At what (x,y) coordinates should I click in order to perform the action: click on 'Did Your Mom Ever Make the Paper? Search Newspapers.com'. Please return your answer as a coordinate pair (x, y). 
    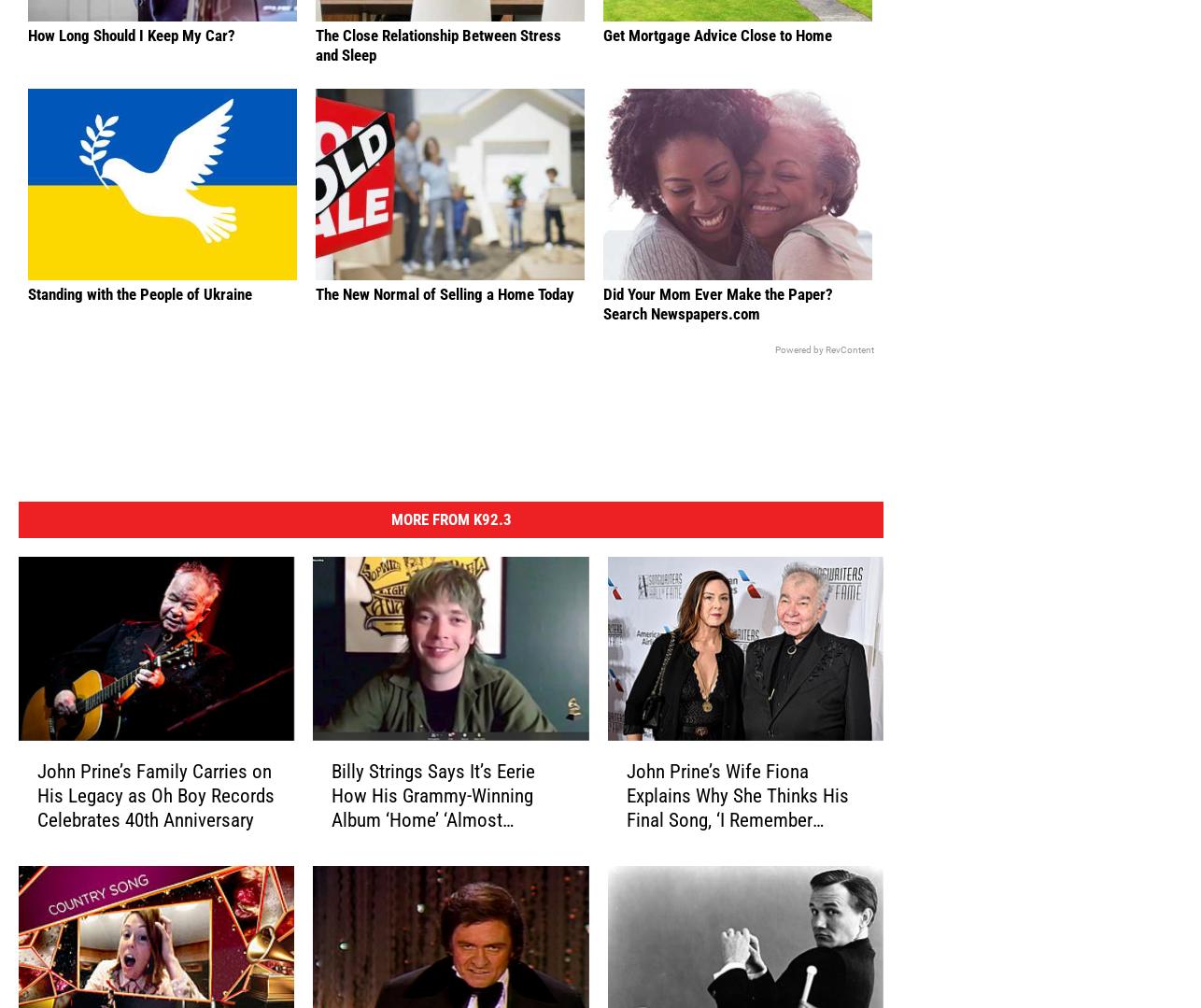
    Looking at the image, I should click on (718, 333).